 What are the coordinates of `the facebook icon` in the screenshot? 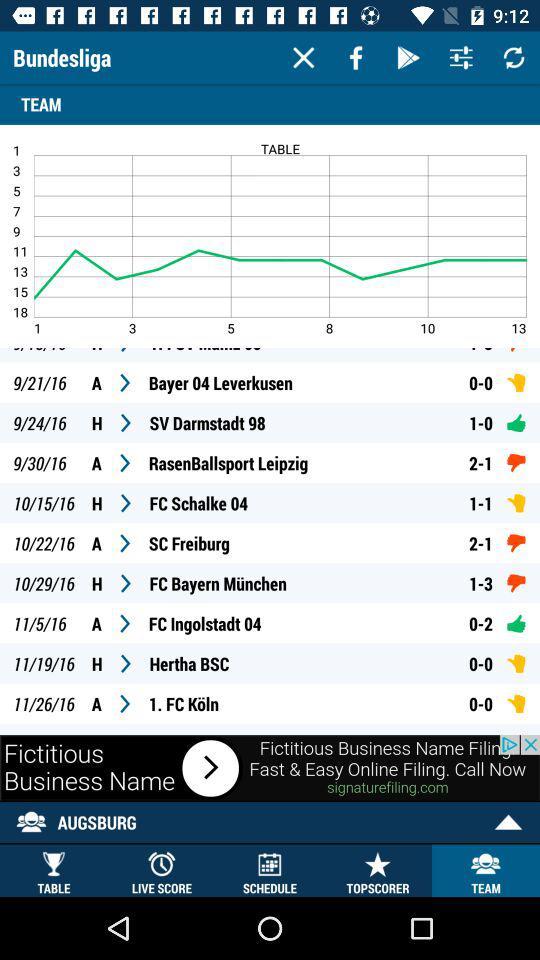 It's located at (355, 56).